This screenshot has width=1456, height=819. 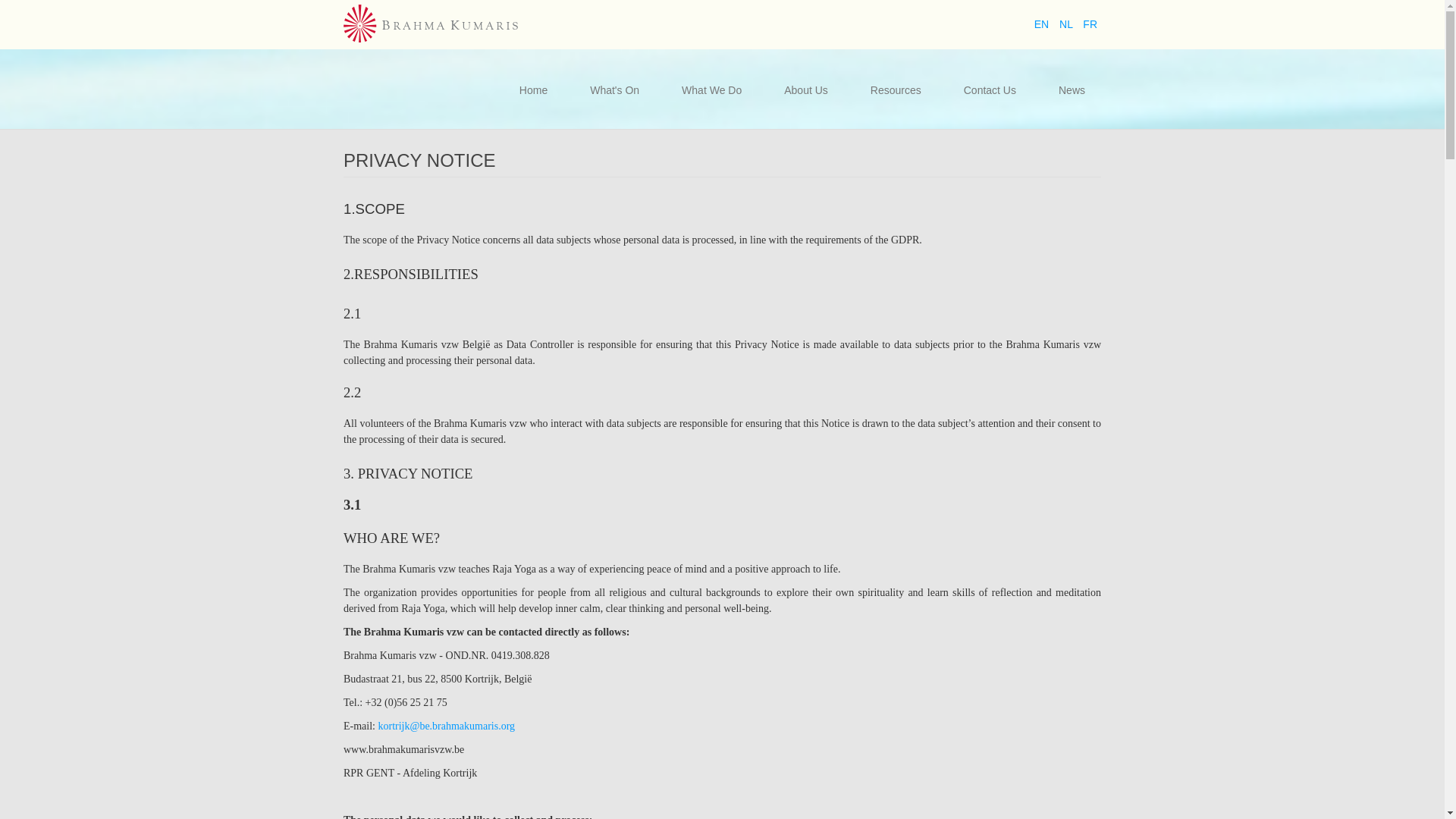 I want to click on 'Resources', so click(x=896, y=90).